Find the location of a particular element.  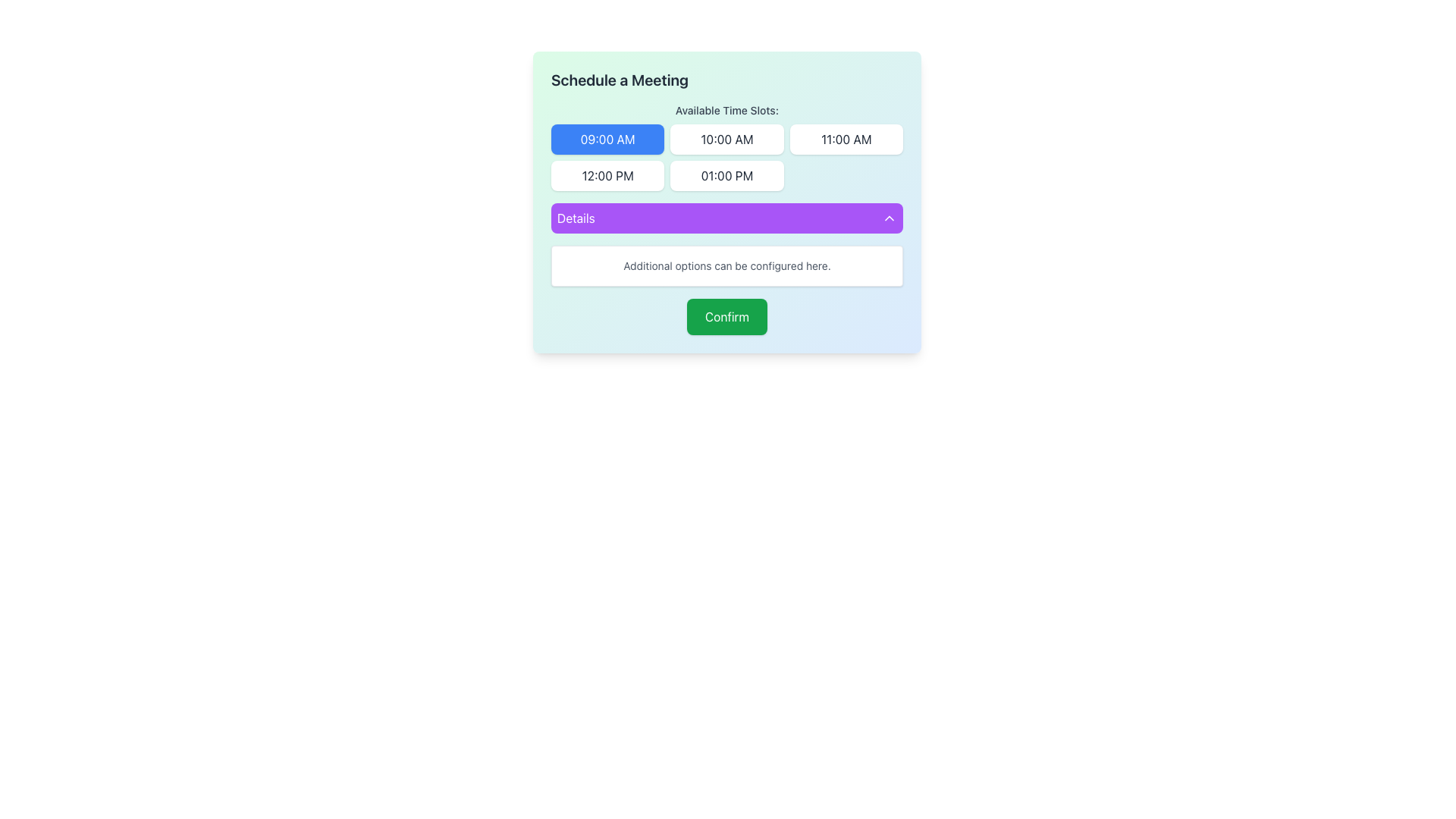

the button labeled '10:00 AM', which is the second button in the horizontal grid of time selection buttons under 'Available Time Slots' is located at coordinates (726, 140).